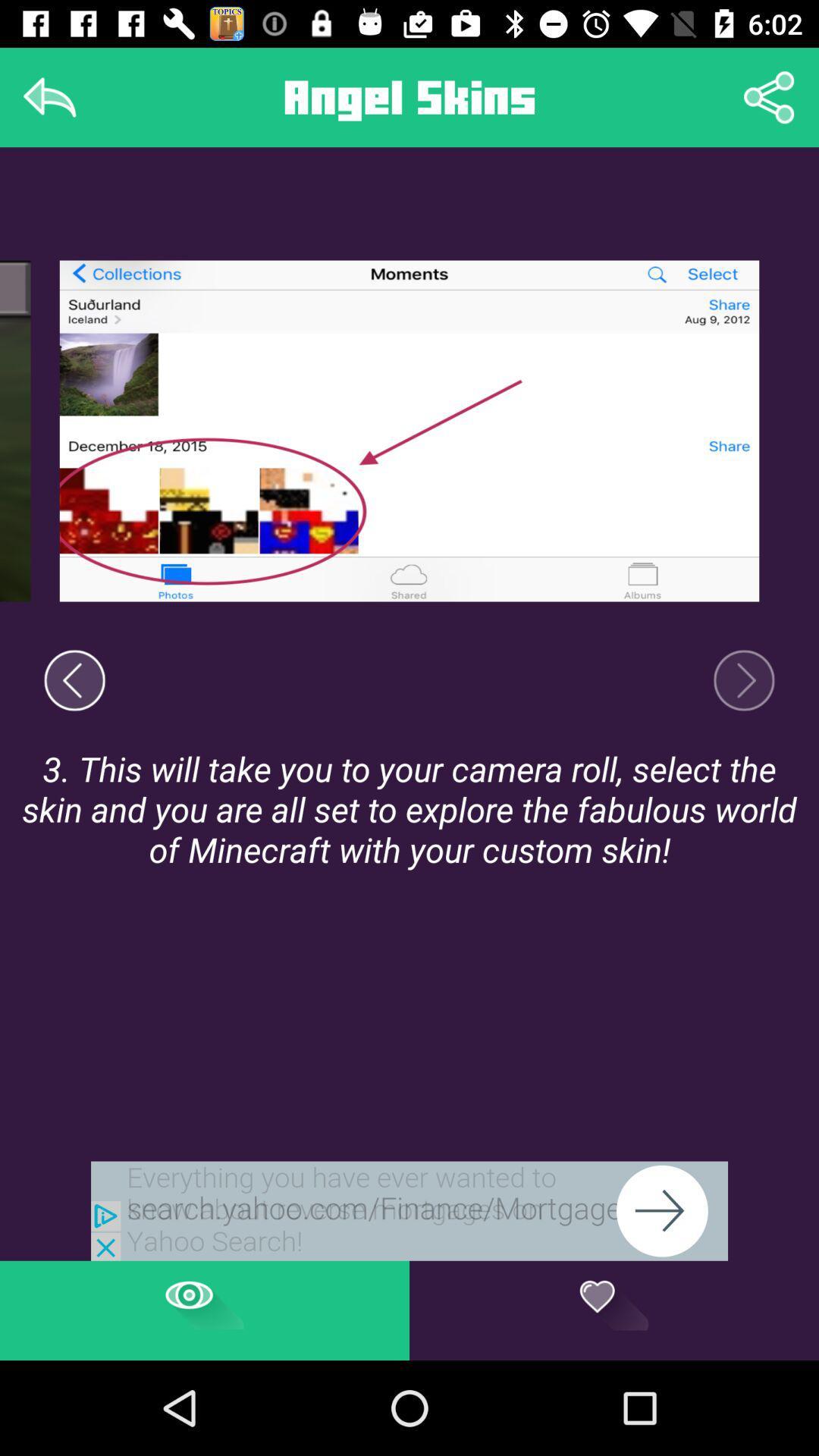 The width and height of the screenshot is (819, 1456). What do you see at coordinates (743, 679) in the screenshot?
I see `camera for photography` at bounding box center [743, 679].